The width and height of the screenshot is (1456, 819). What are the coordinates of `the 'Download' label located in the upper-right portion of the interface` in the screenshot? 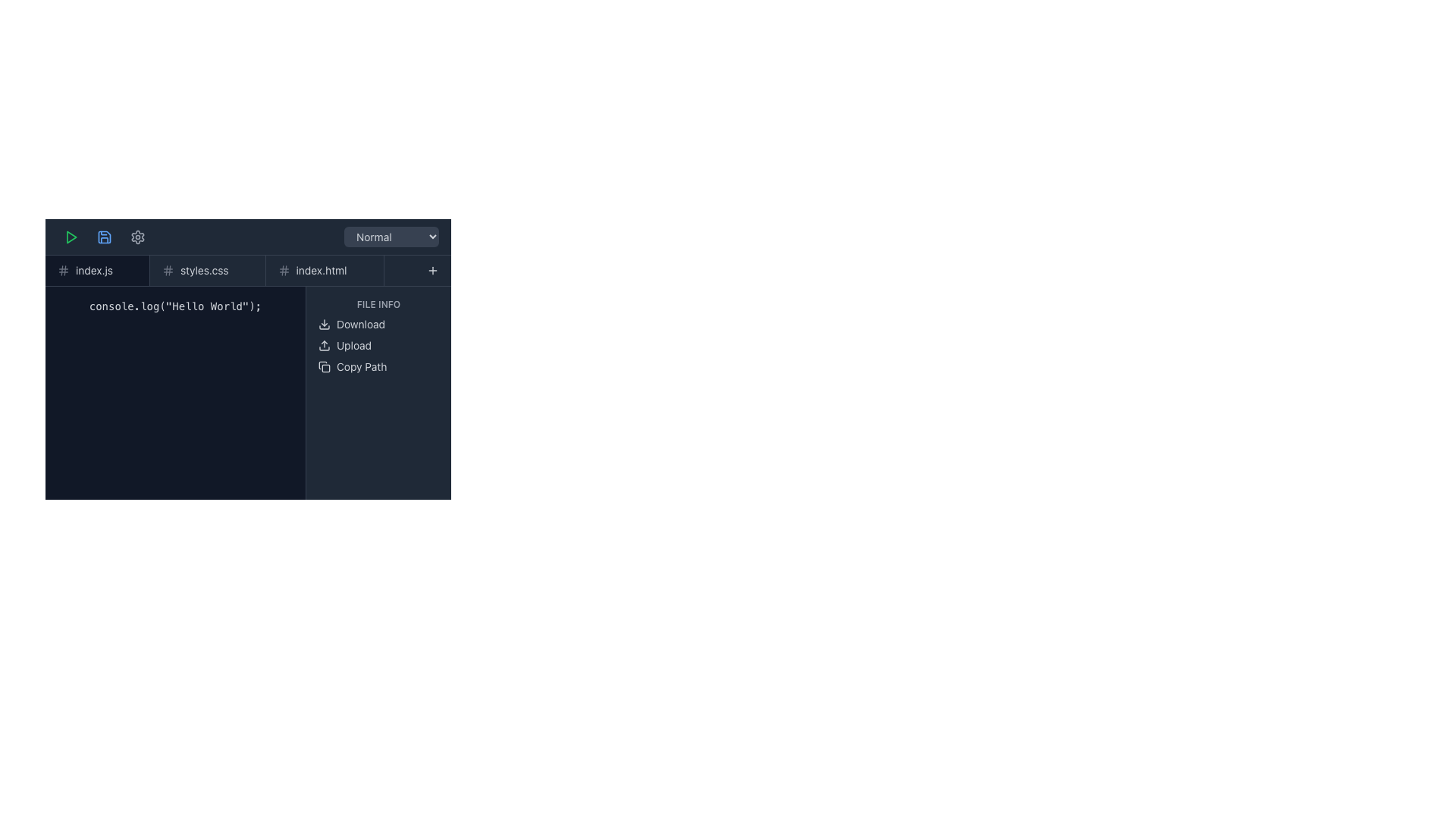 It's located at (359, 324).